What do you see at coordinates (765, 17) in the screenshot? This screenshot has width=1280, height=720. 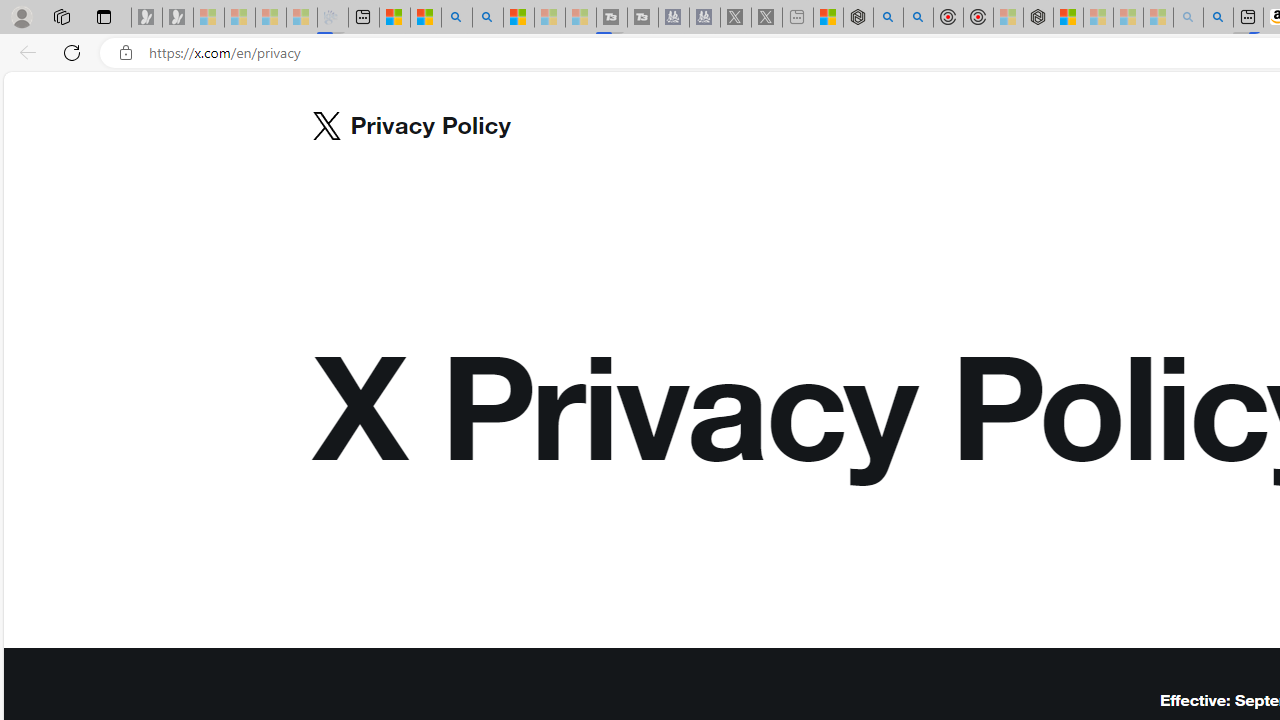 I see `'X - Sleeping'` at bounding box center [765, 17].